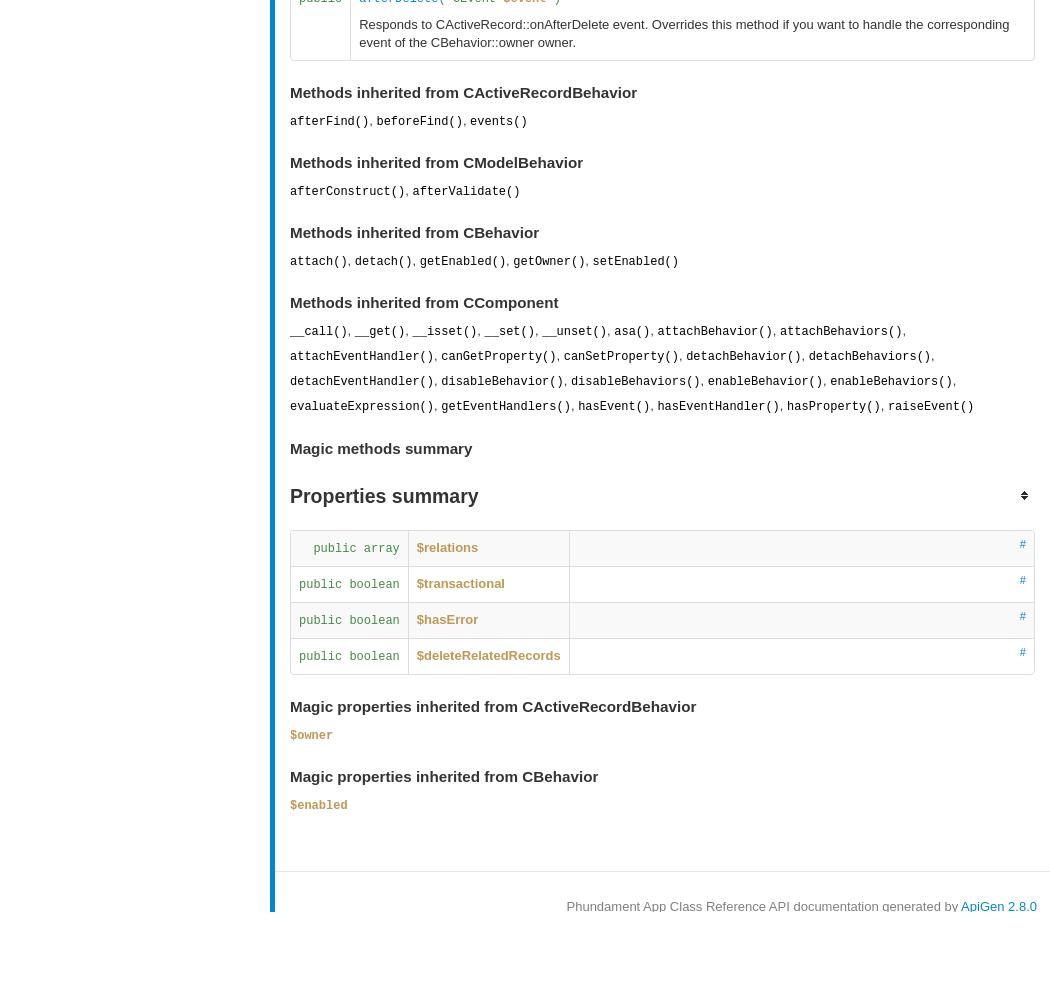 This screenshot has height=1000, width=1050. Describe the element at coordinates (504, 407) in the screenshot. I see `'getEventHandlers()'` at that location.